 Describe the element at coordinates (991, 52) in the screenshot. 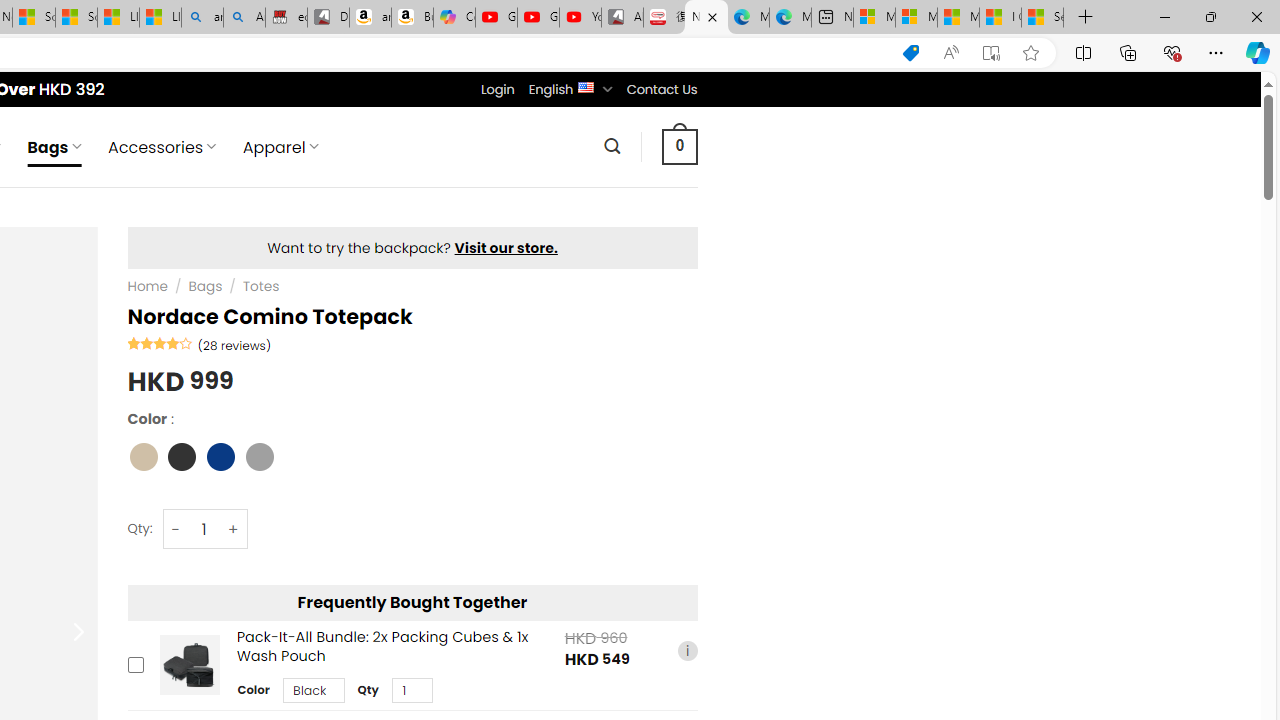

I see `'Enter Immersive Reader (F9)'` at that location.